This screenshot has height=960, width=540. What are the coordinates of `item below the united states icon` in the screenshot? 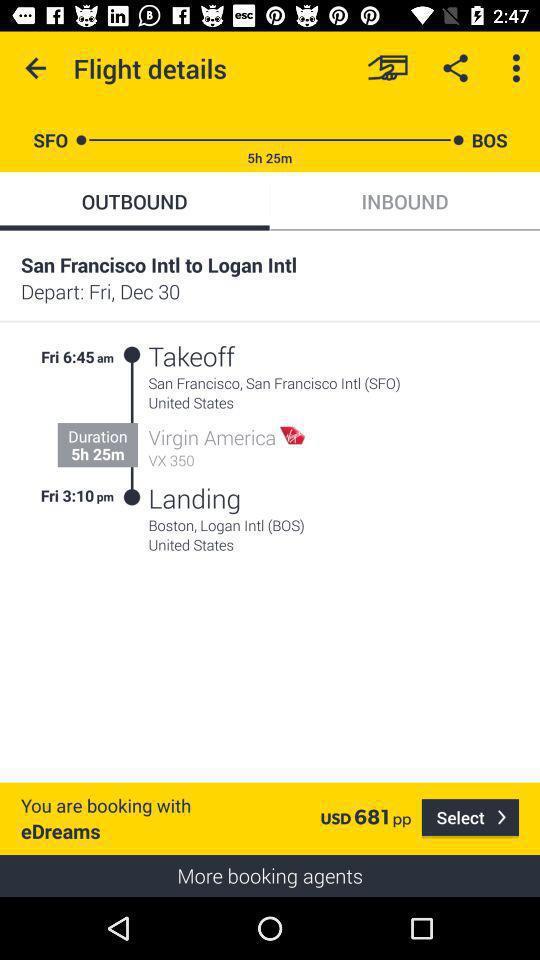 It's located at (470, 818).